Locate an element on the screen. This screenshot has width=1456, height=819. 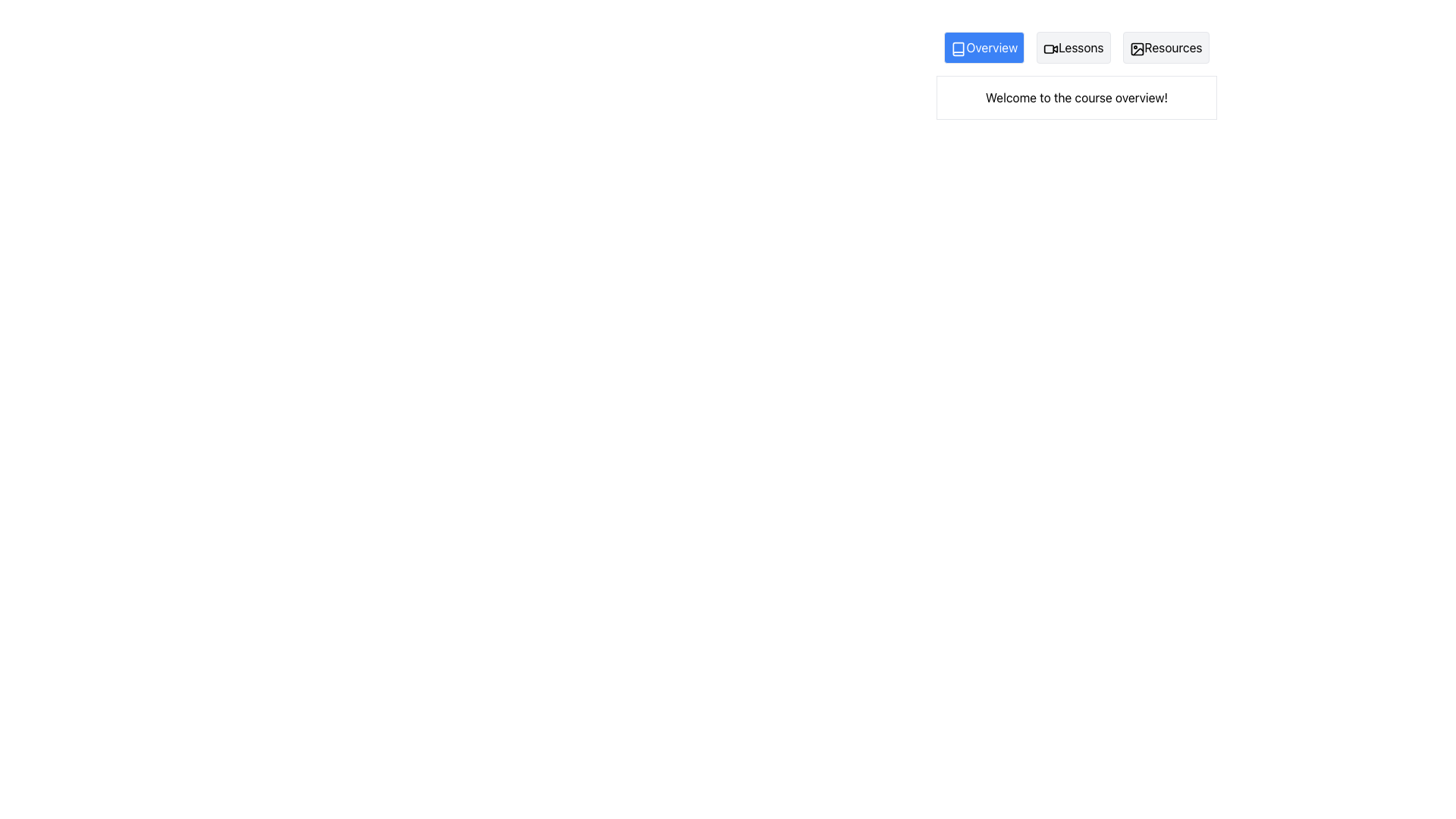
the 'Resources' button, which is a rectangular button with rounded corners and contains a photo frame icon and the text 'Resources' is located at coordinates (1165, 46).